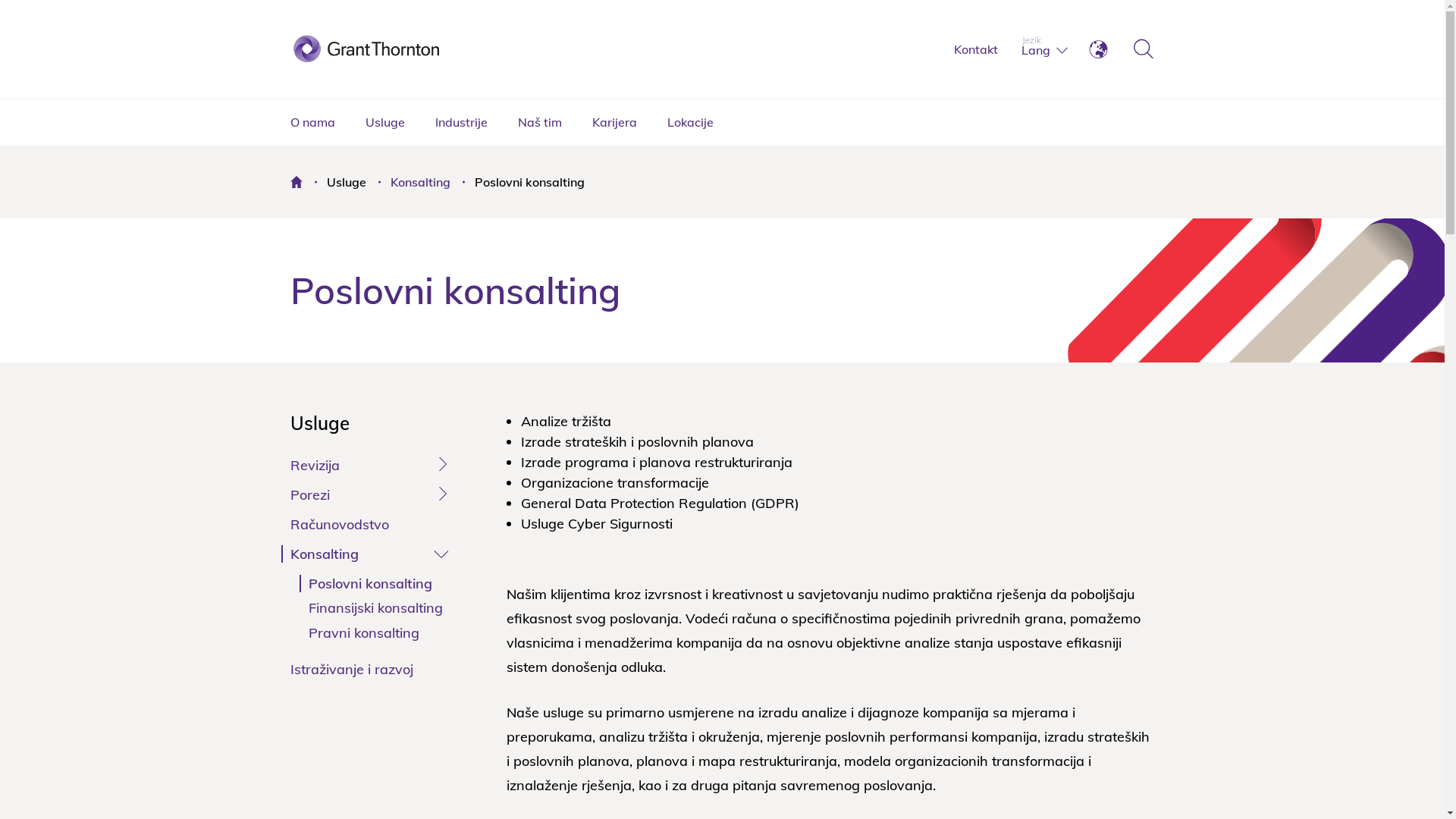 This screenshot has height=819, width=1456. What do you see at coordinates (375, 607) in the screenshot?
I see `'Finansijski konsalting'` at bounding box center [375, 607].